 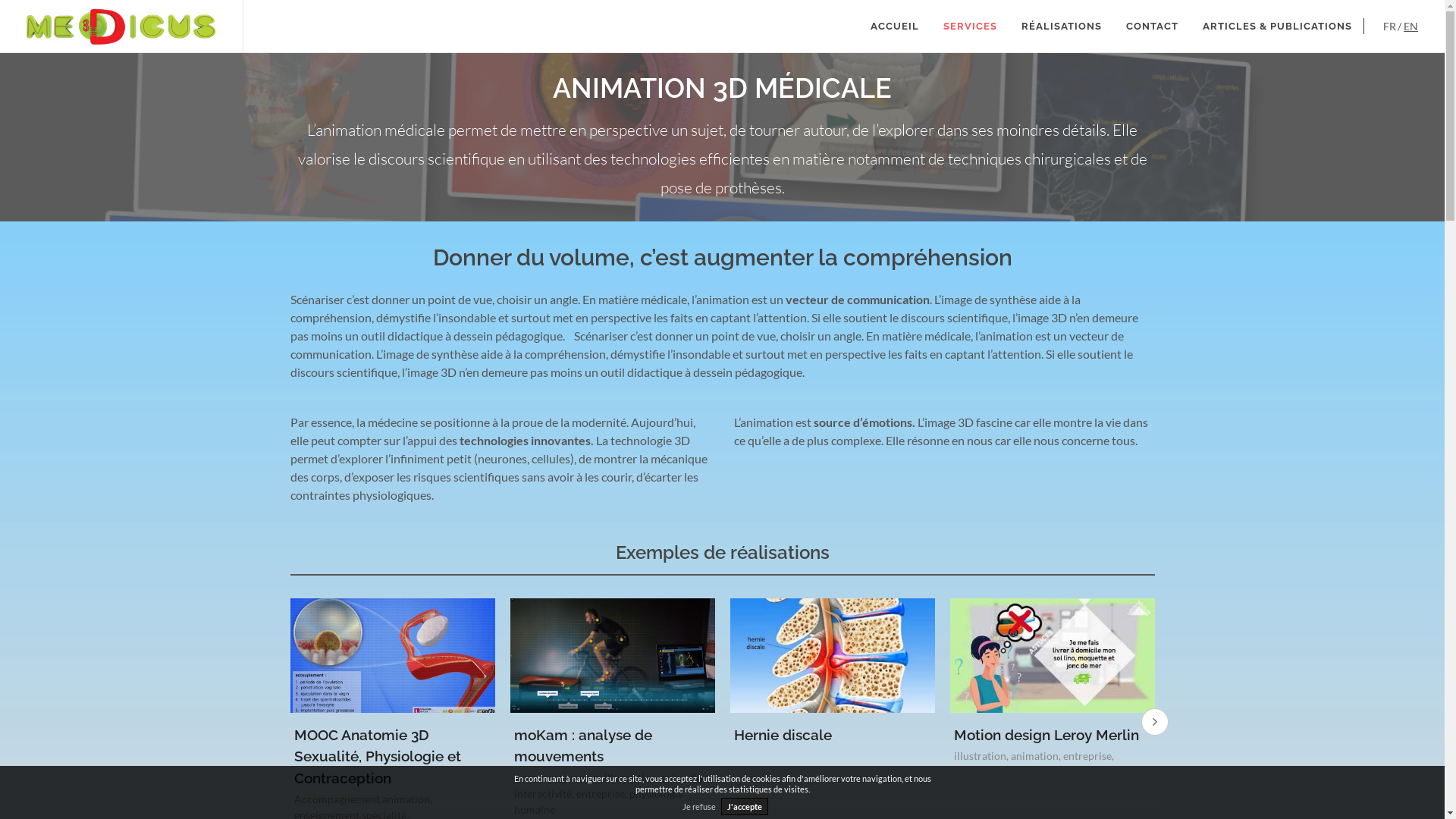 I want to click on 'J'accepte', so click(x=743, y=805).